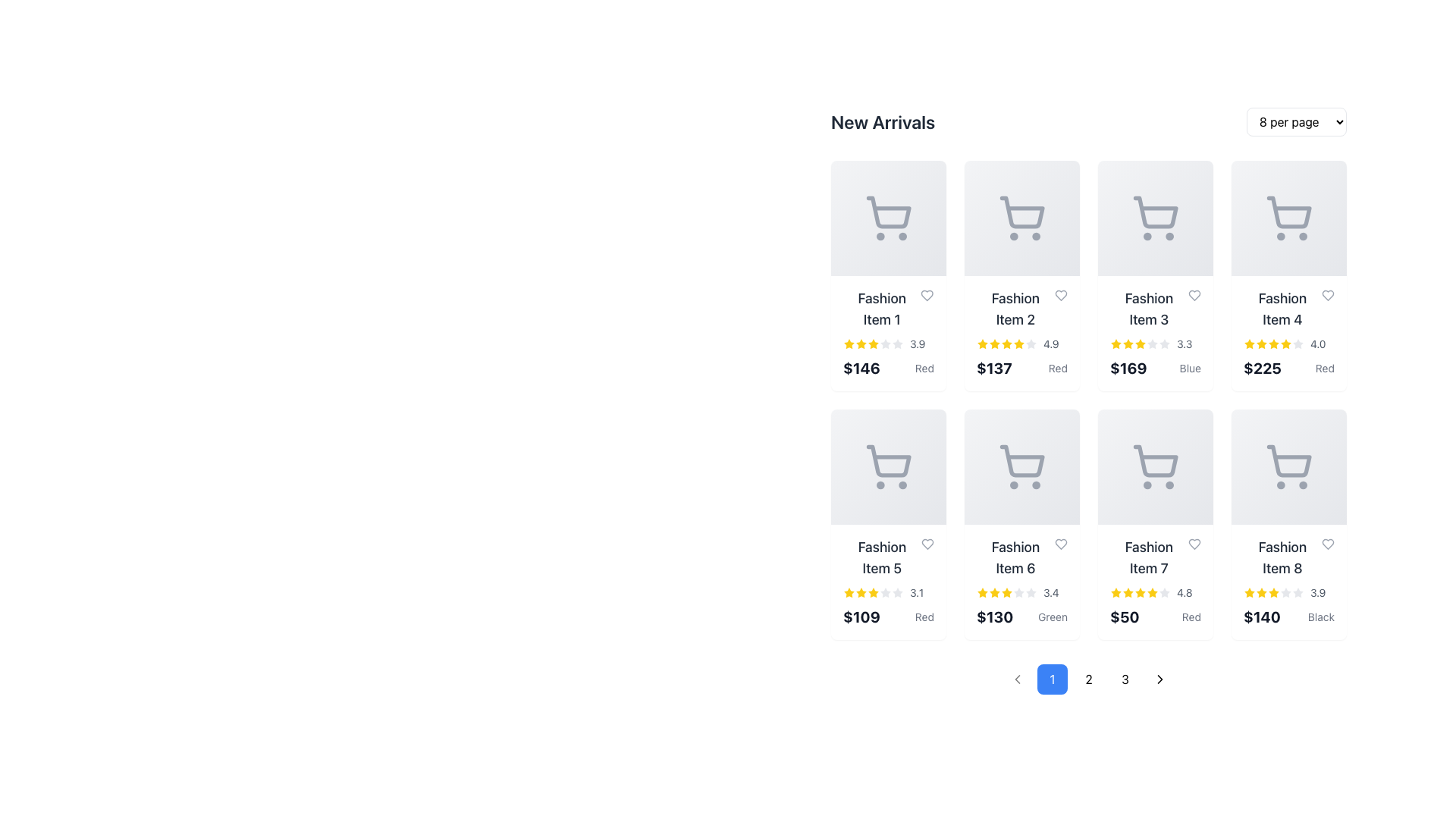  I want to click on the fourth star icon in the rating system for the product 'Fashion Item 7', which is solid yellow and indicates an active state, so click(1153, 591).